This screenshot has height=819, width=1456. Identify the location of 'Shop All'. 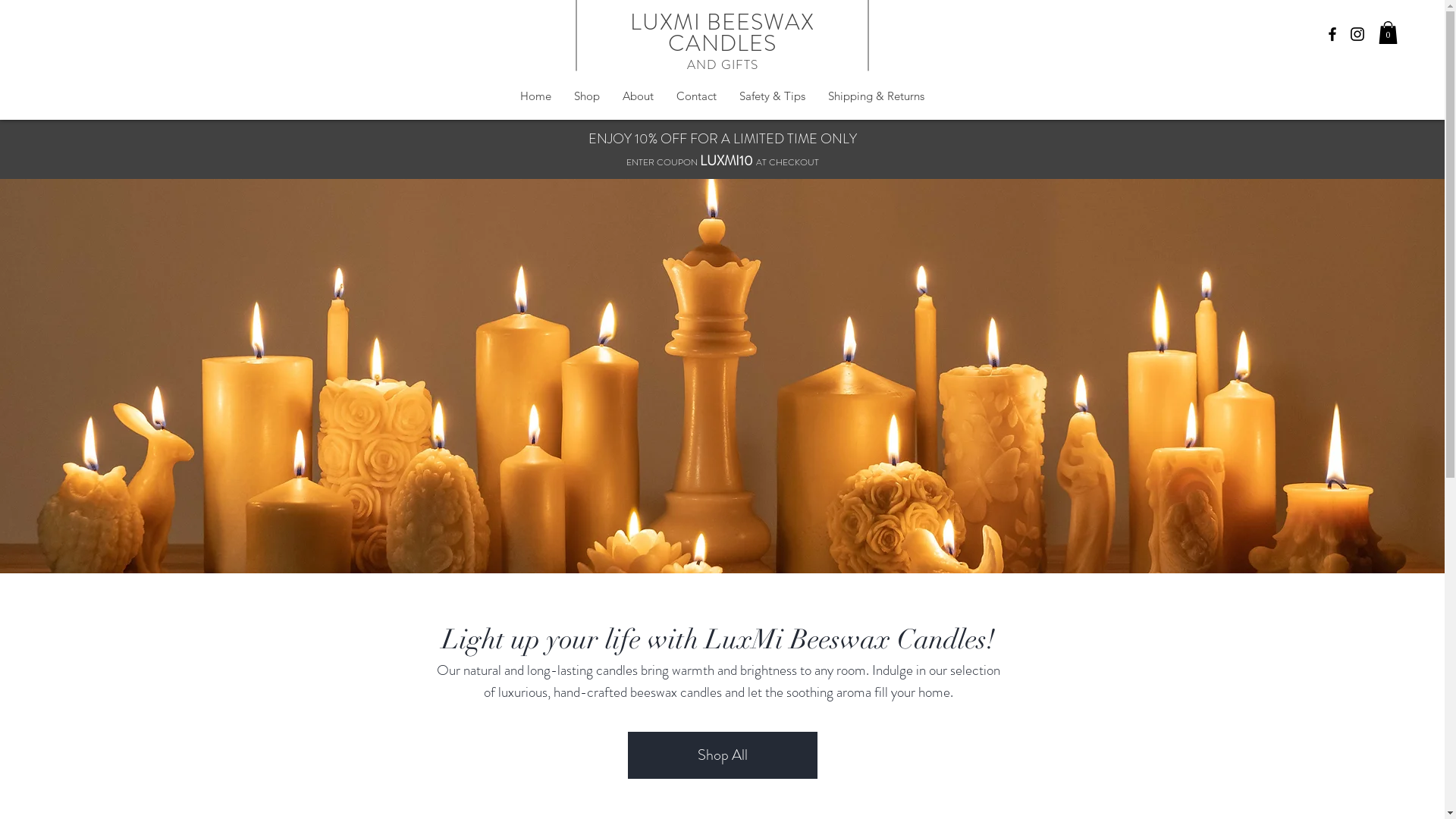
(722, 755).